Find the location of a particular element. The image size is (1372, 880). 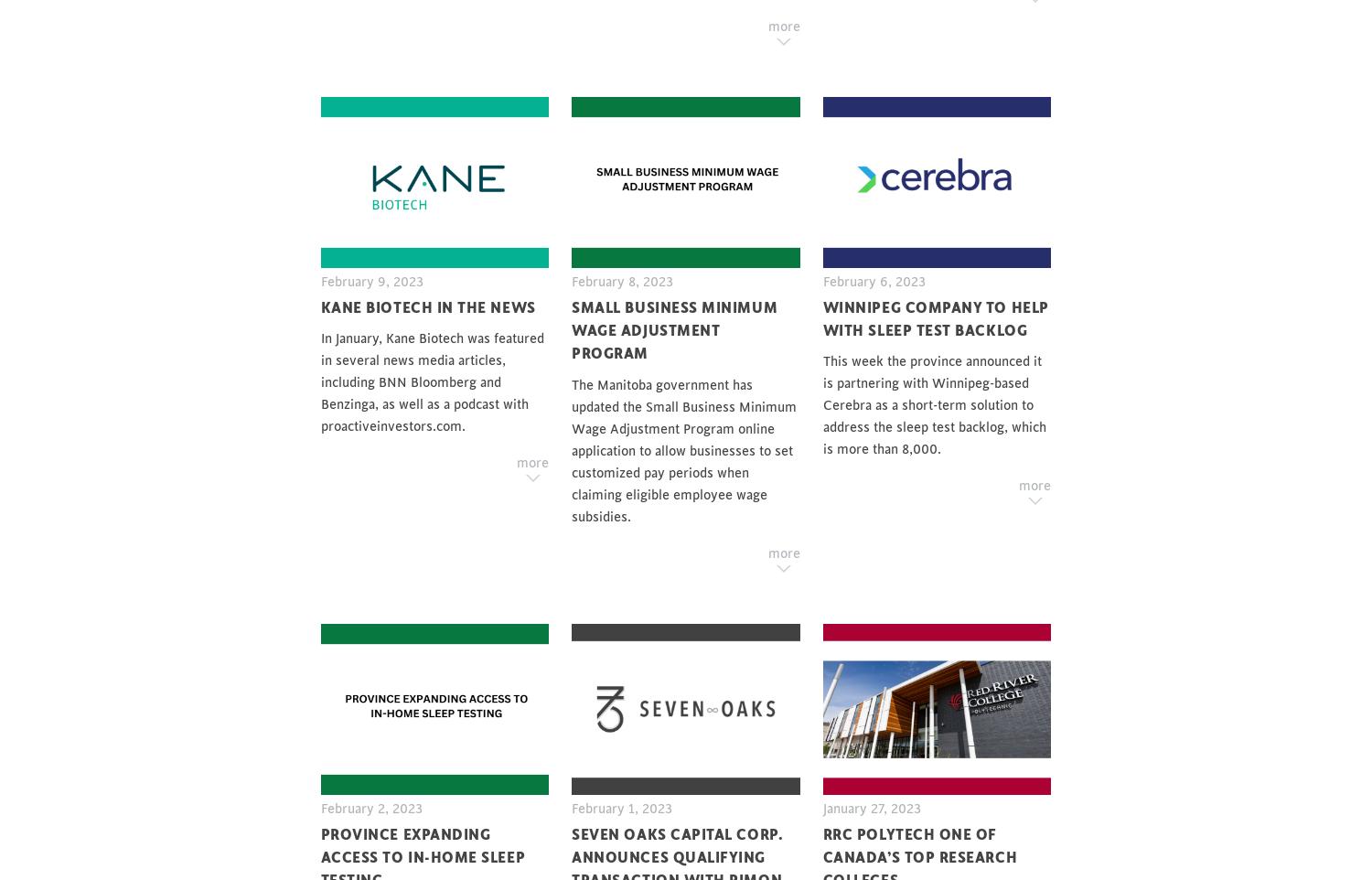

'February 6, 2023' is located at coordinates (873, 281).